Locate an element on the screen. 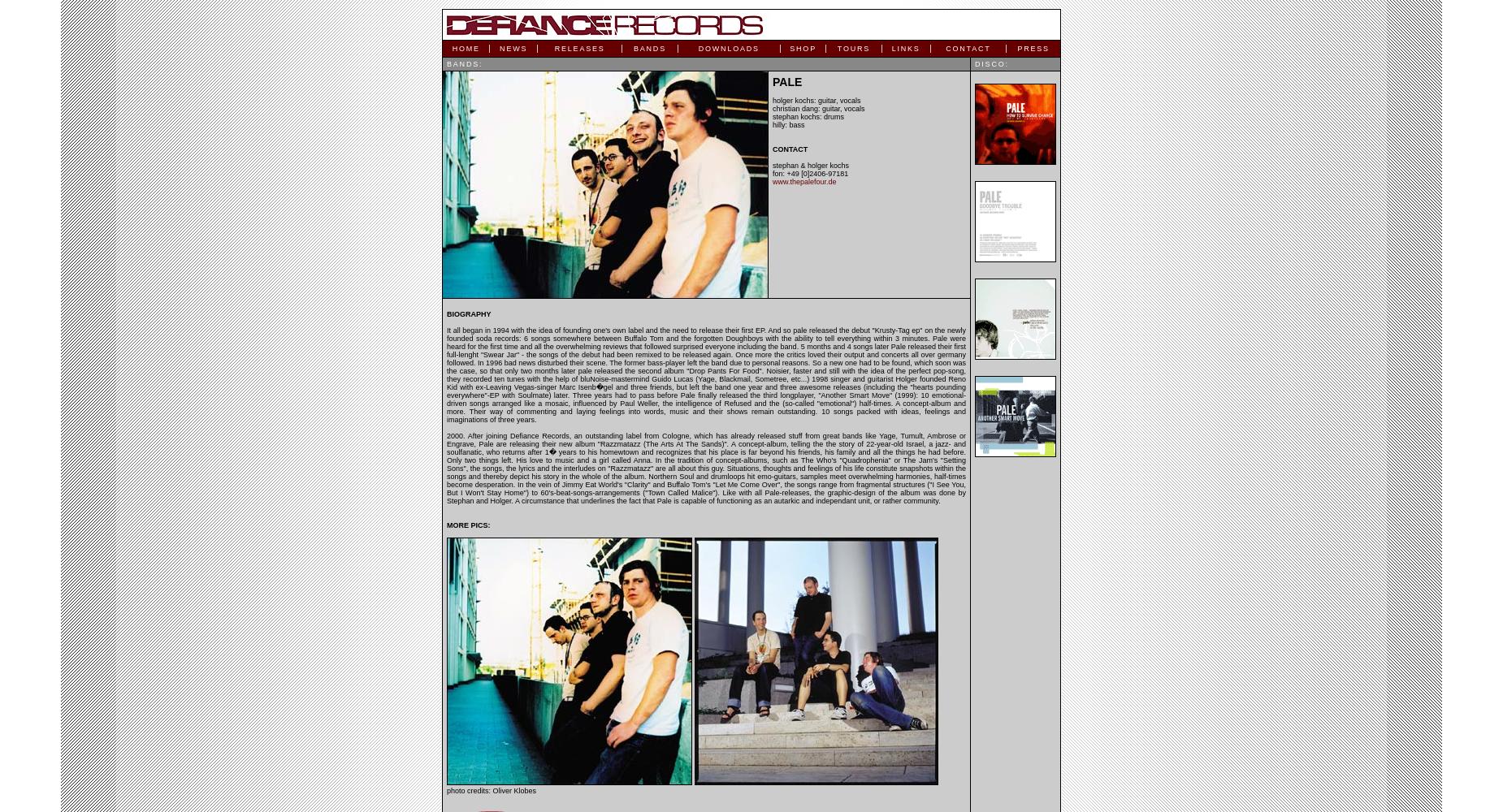 The width and height of the screenshot is (1503, 812). 'stephan & holger kochs' is located at coordinates (810, 165).